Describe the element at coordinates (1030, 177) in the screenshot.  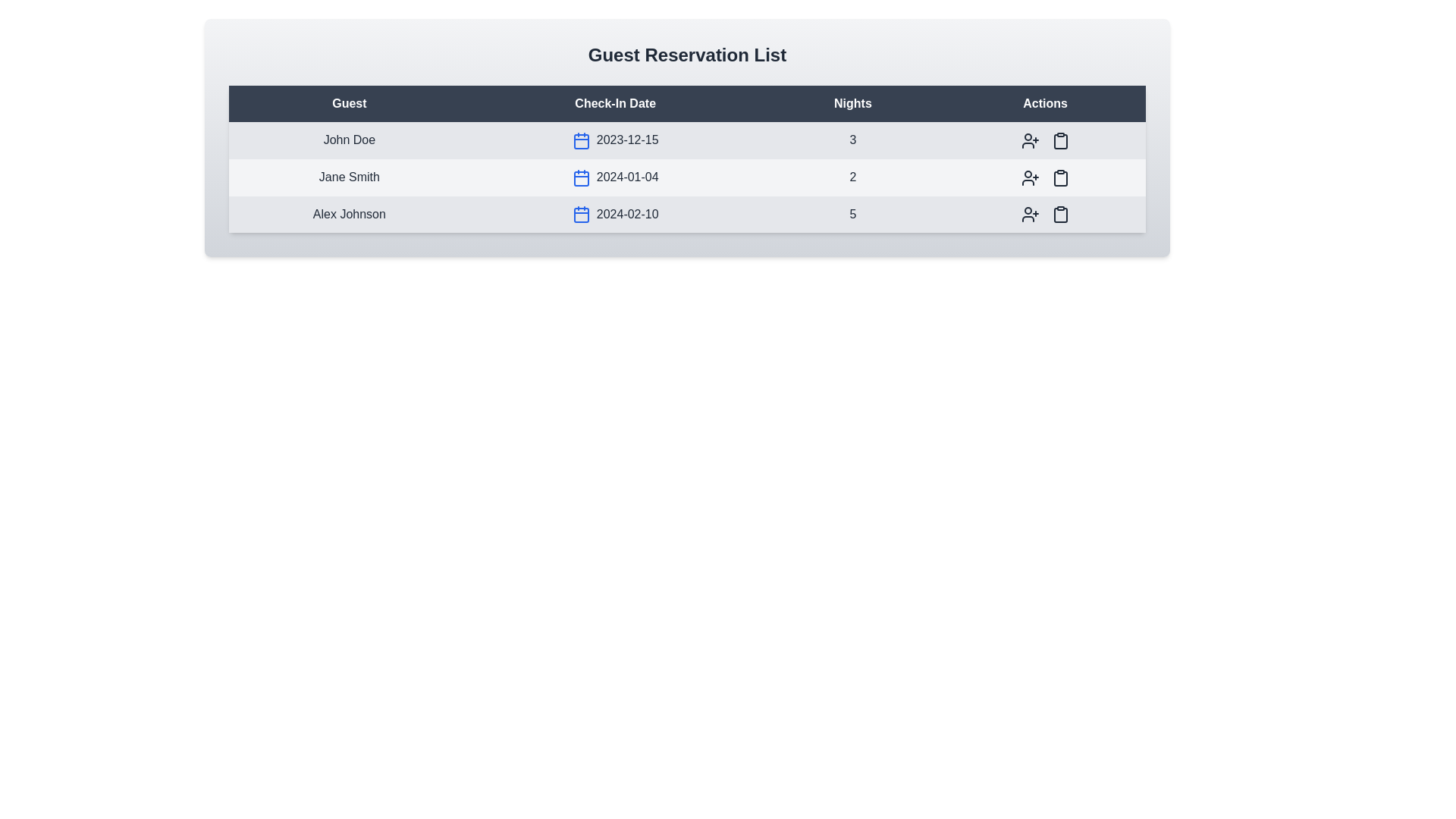
I see `the user icon with a '+' symbol in the 'Actions' column of the second row of the guest reservation table` at that location.